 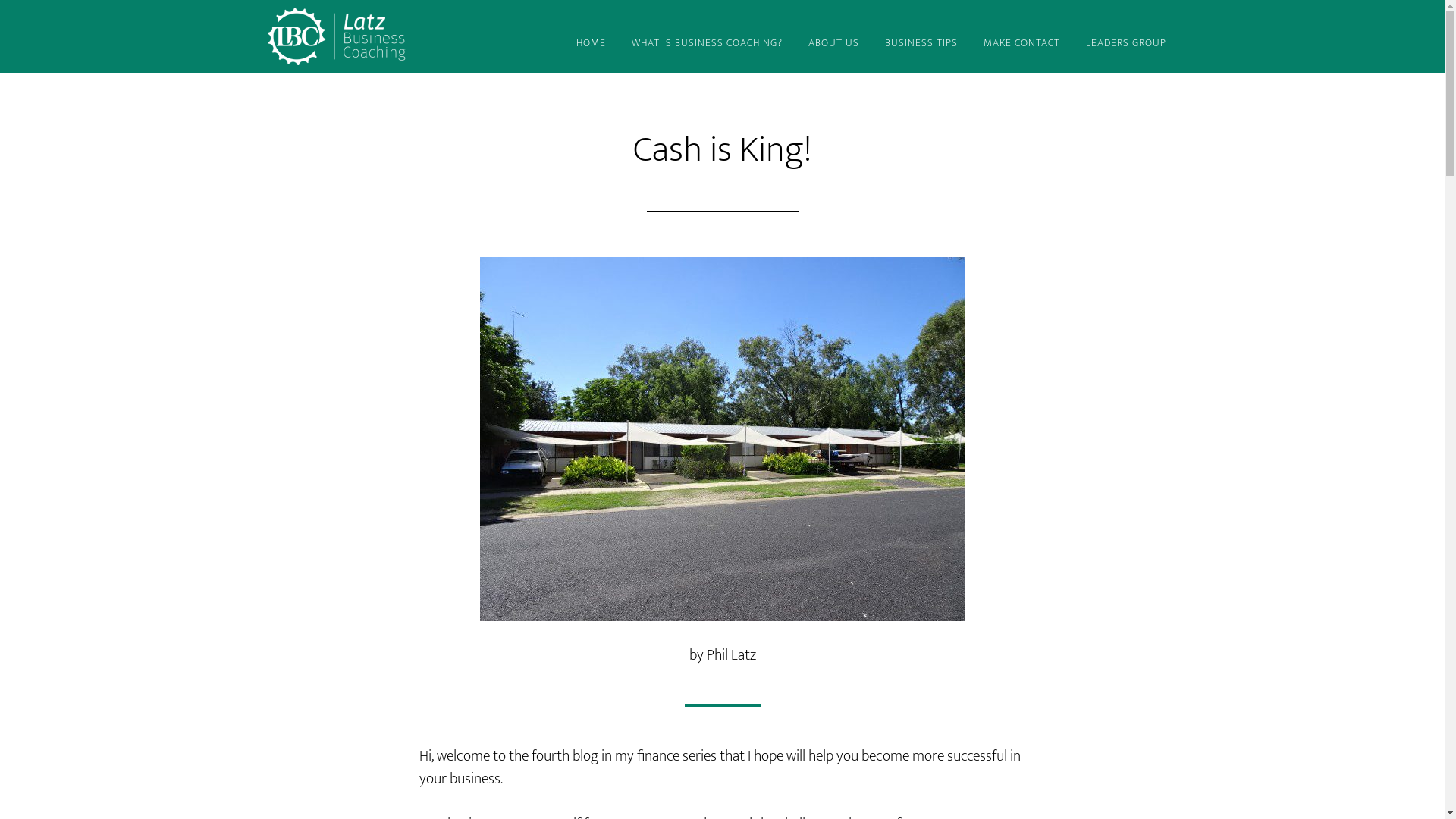 What do you see at coordinates (874, 42) in the screenshot?
I see `'BUSINESS TIPS'` at bounding box center [874, 42].